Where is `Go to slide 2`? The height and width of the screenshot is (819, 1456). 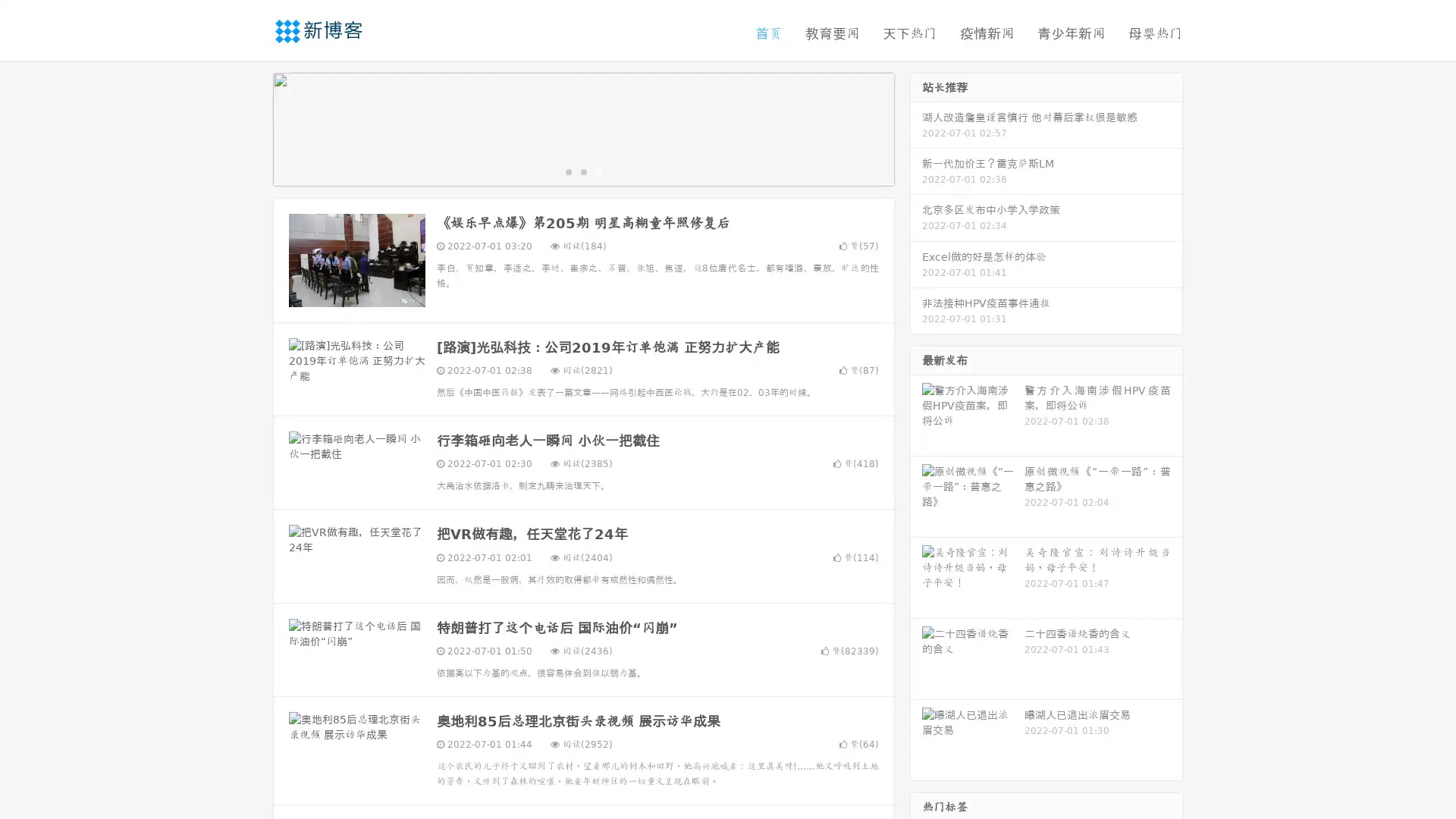
Go to slide 2 is located at coordinates (582, 171).